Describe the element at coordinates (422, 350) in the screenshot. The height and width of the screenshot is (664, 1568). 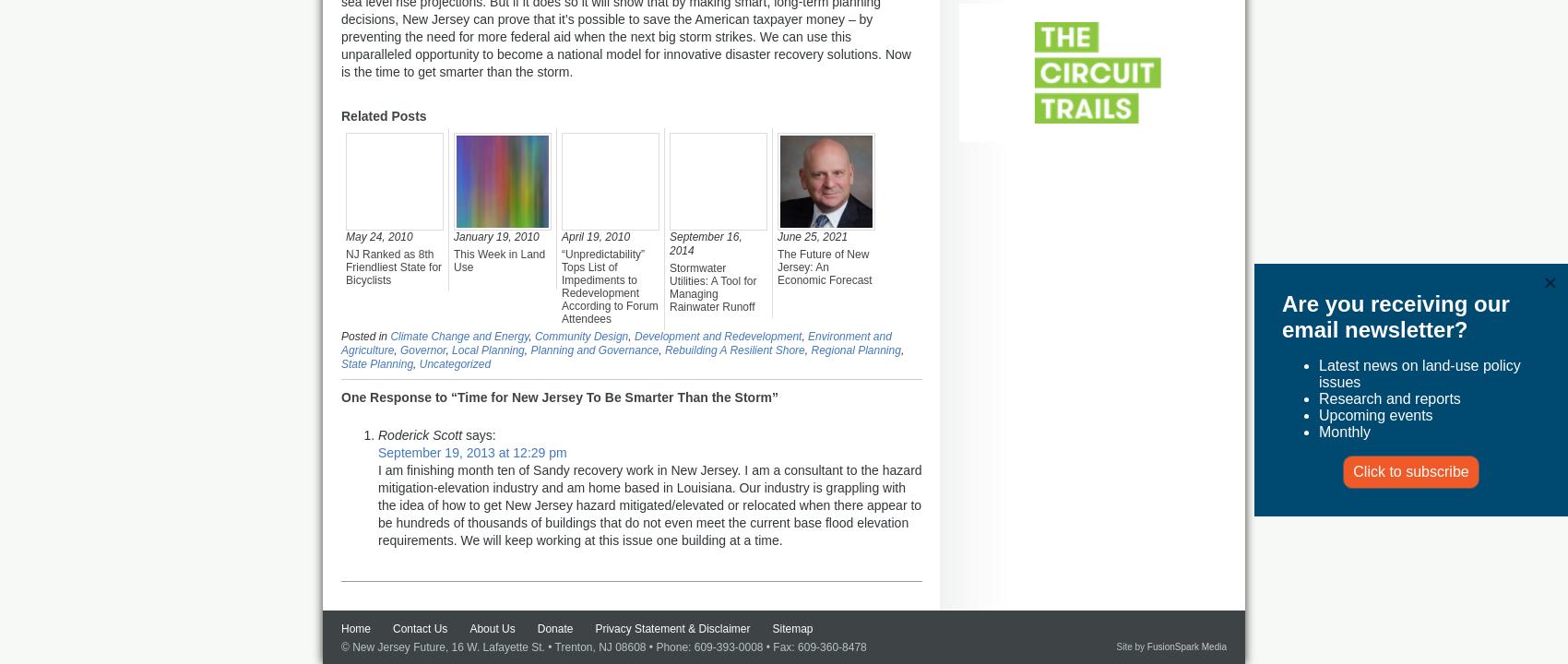
I see `'Governor'` at that location.